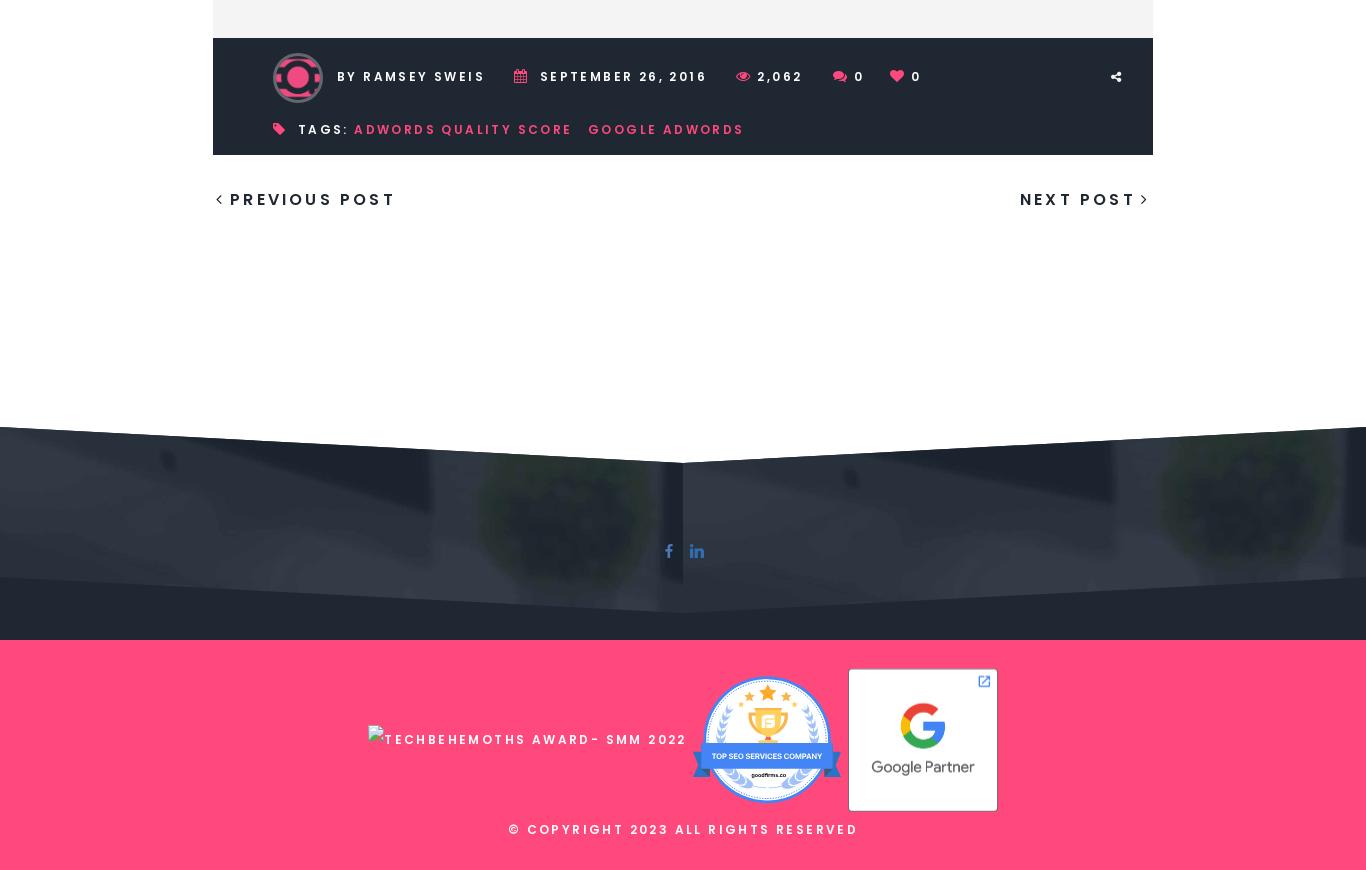  Describe the element at coordinates (757, 75) in the screenshot. I see `'2,062'` at that location.